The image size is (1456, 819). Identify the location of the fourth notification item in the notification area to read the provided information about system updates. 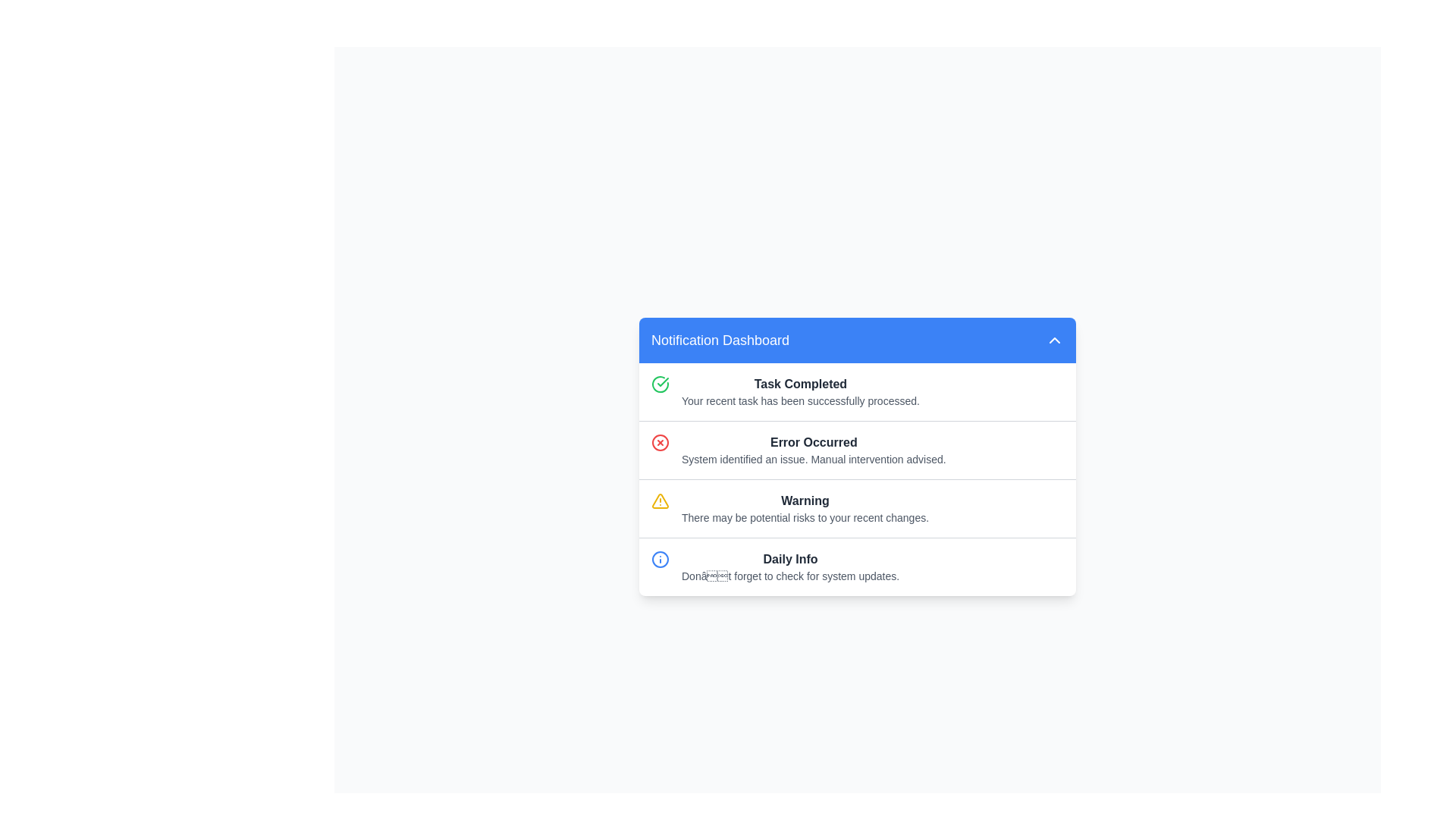
(858, 566).